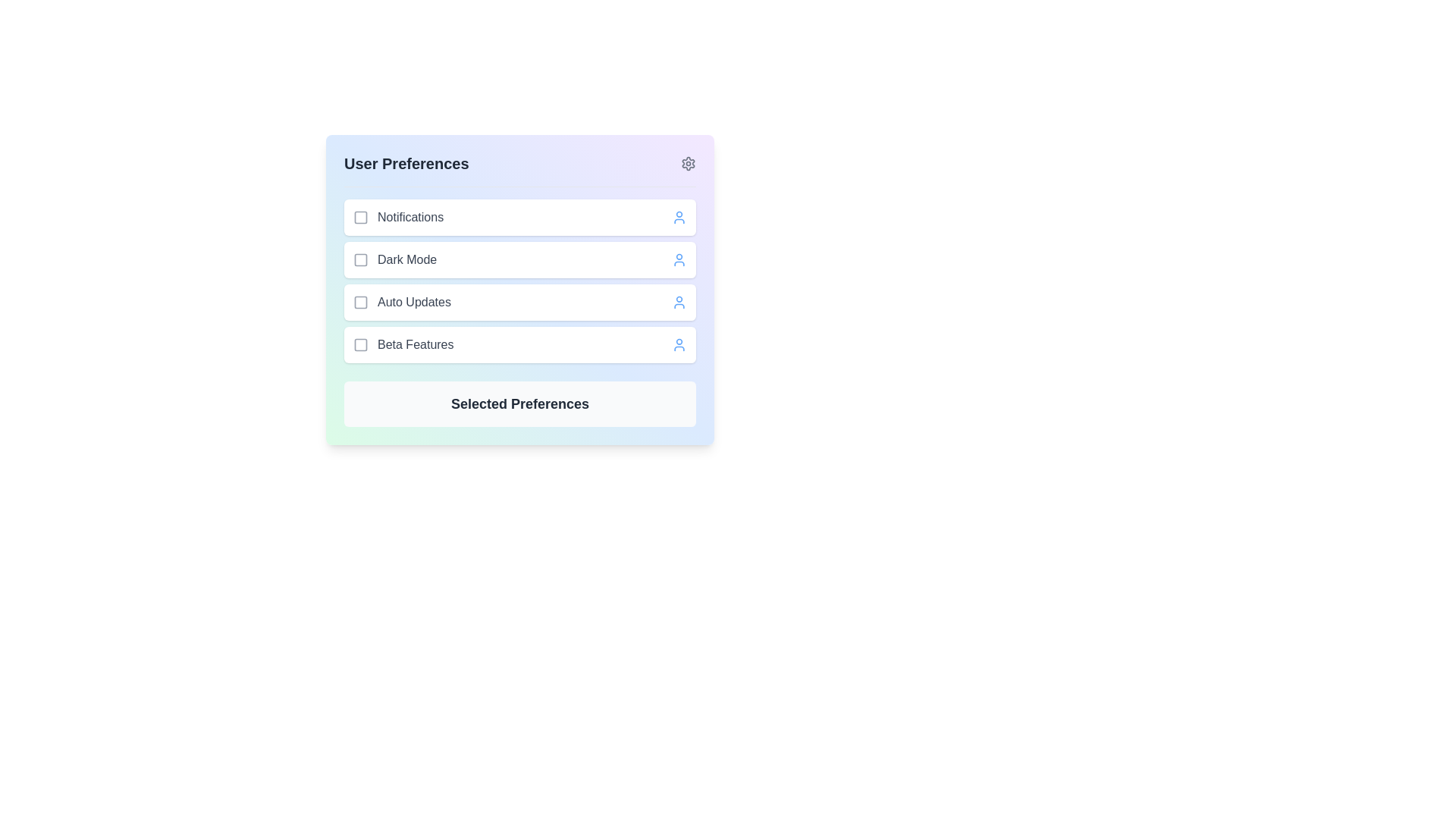 This screenshot has height=819, width=1456. What do you see at coordinates (520, 217) in the screenshot?
I see `the 'Notifications' toggleable setting option within the 'User Preferences' menu` at bounding box center [520, 217].